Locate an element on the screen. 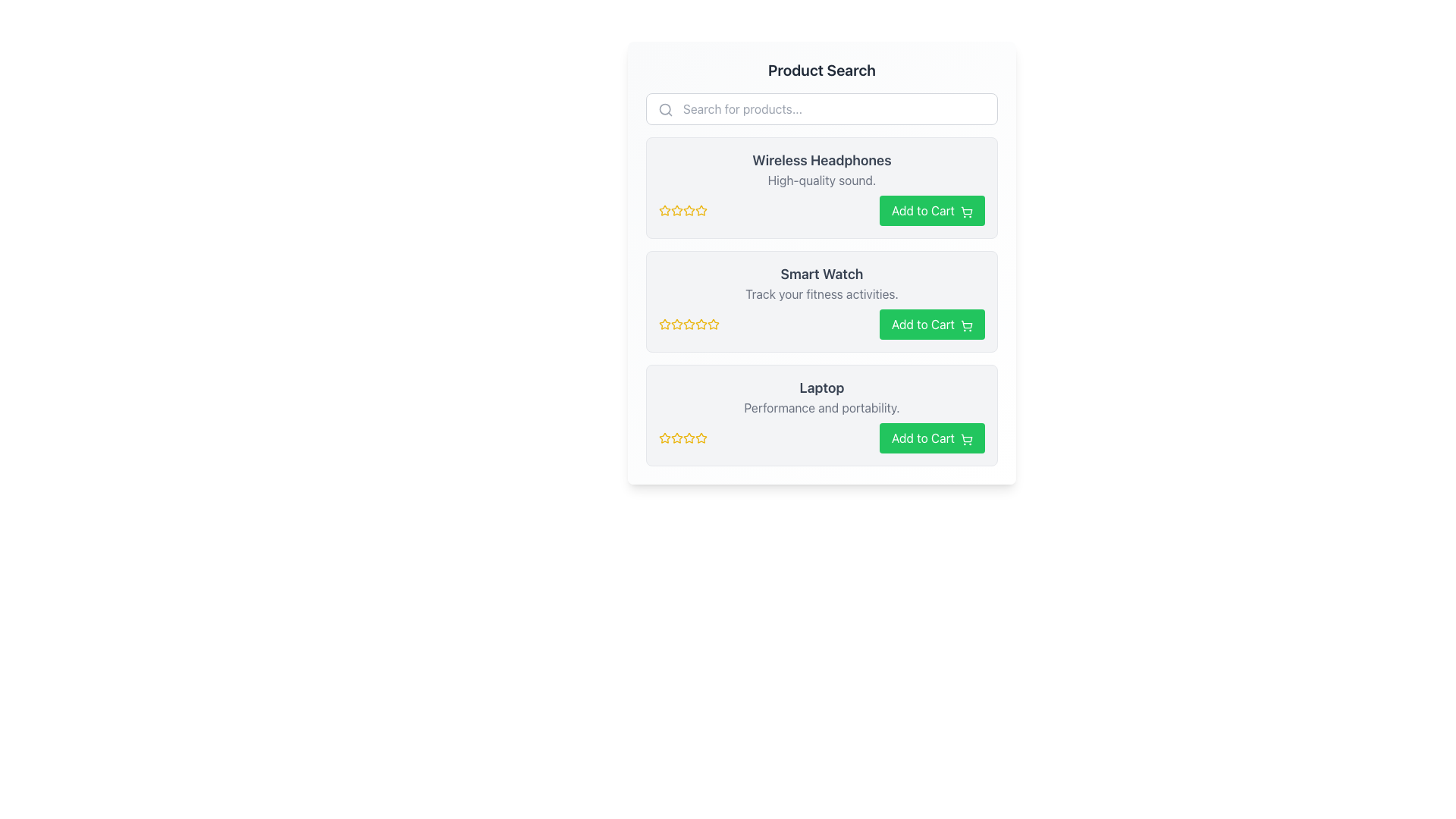  the first yellow star rating icon located below the product title 'Wireless Headphones' to rate it is located at coordinates (665, 210).